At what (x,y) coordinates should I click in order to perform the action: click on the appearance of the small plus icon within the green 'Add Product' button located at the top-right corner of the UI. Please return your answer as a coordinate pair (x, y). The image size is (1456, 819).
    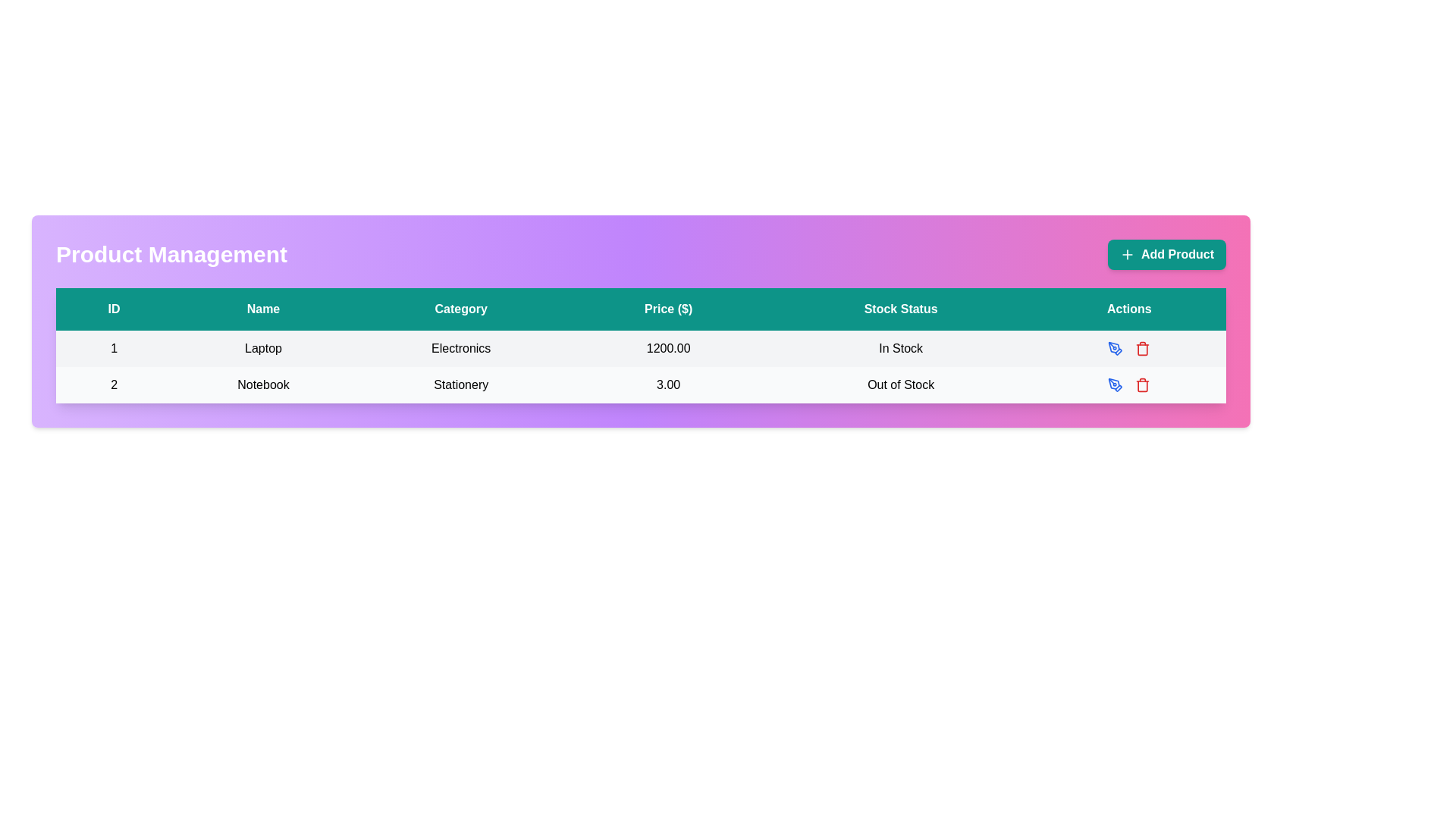
    Looking at the image, I should click on (1128, 253).